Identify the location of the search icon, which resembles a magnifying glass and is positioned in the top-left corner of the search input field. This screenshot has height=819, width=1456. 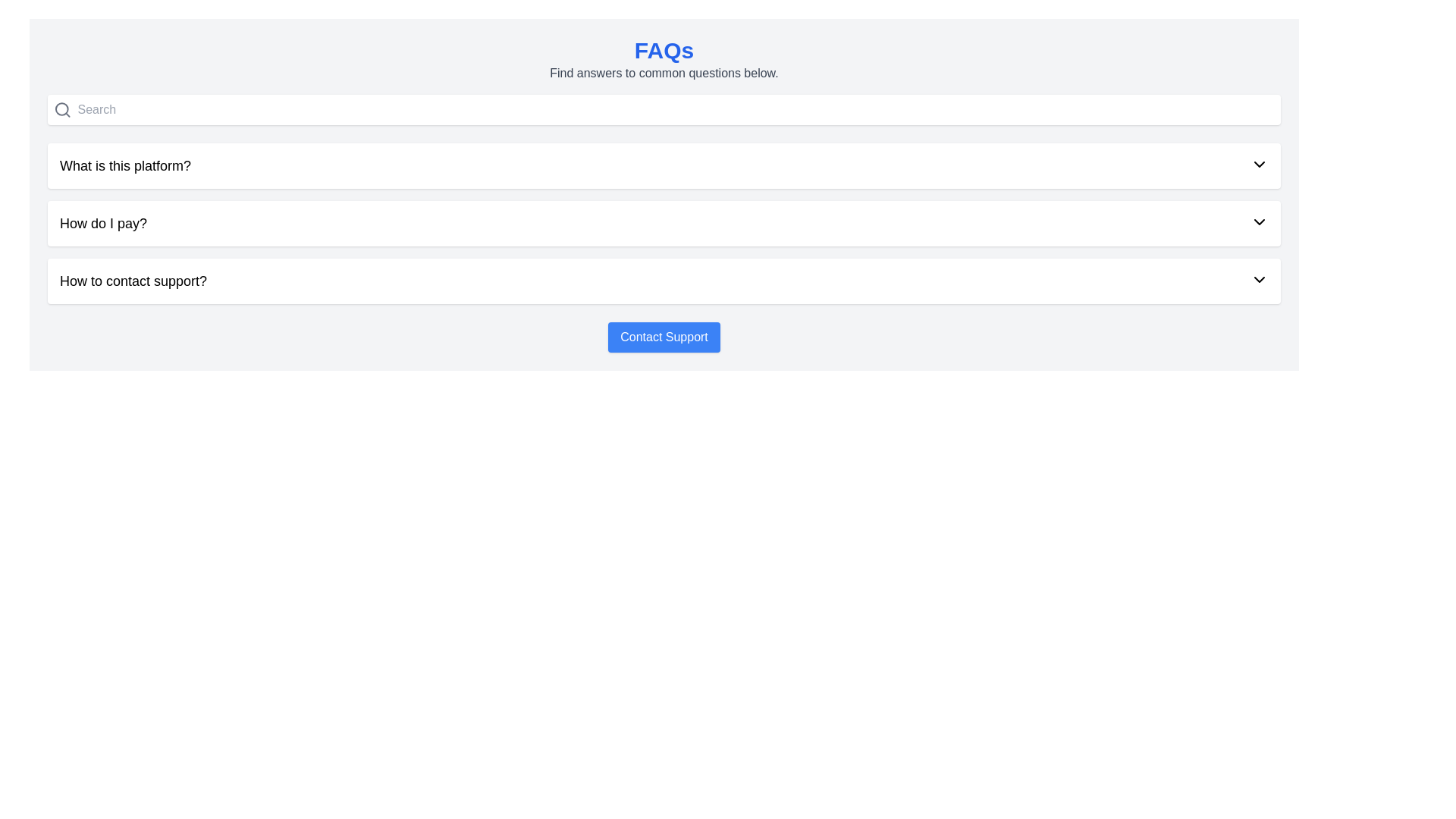
(61, 109).